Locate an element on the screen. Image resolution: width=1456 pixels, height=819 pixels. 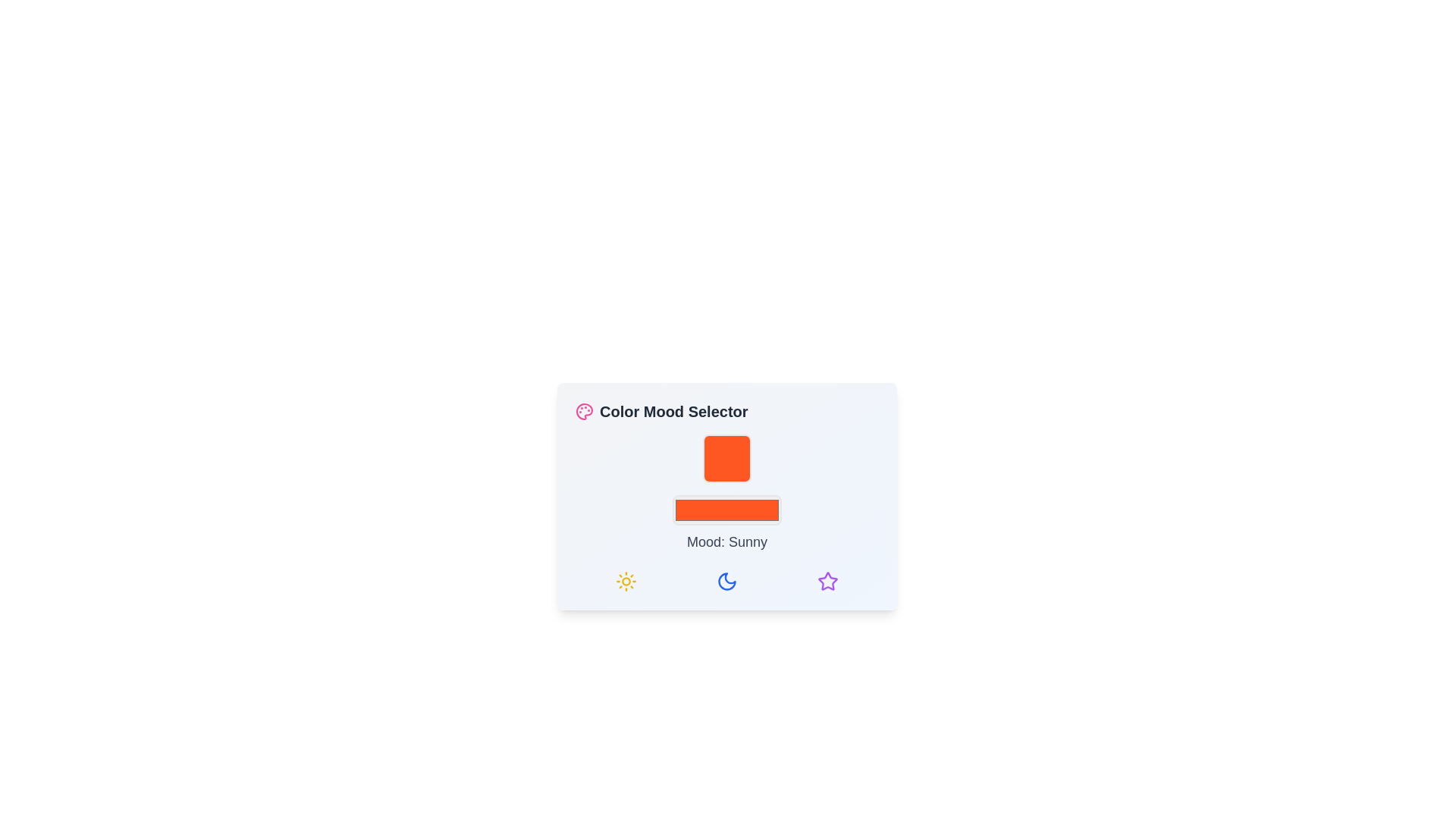
the mood indicator element with a vivid orange background, which is a square with rounded corners, located above the sibling elements in the mood selector component labeled 'Mood: Sunny' is located at coordinates (726, 458).